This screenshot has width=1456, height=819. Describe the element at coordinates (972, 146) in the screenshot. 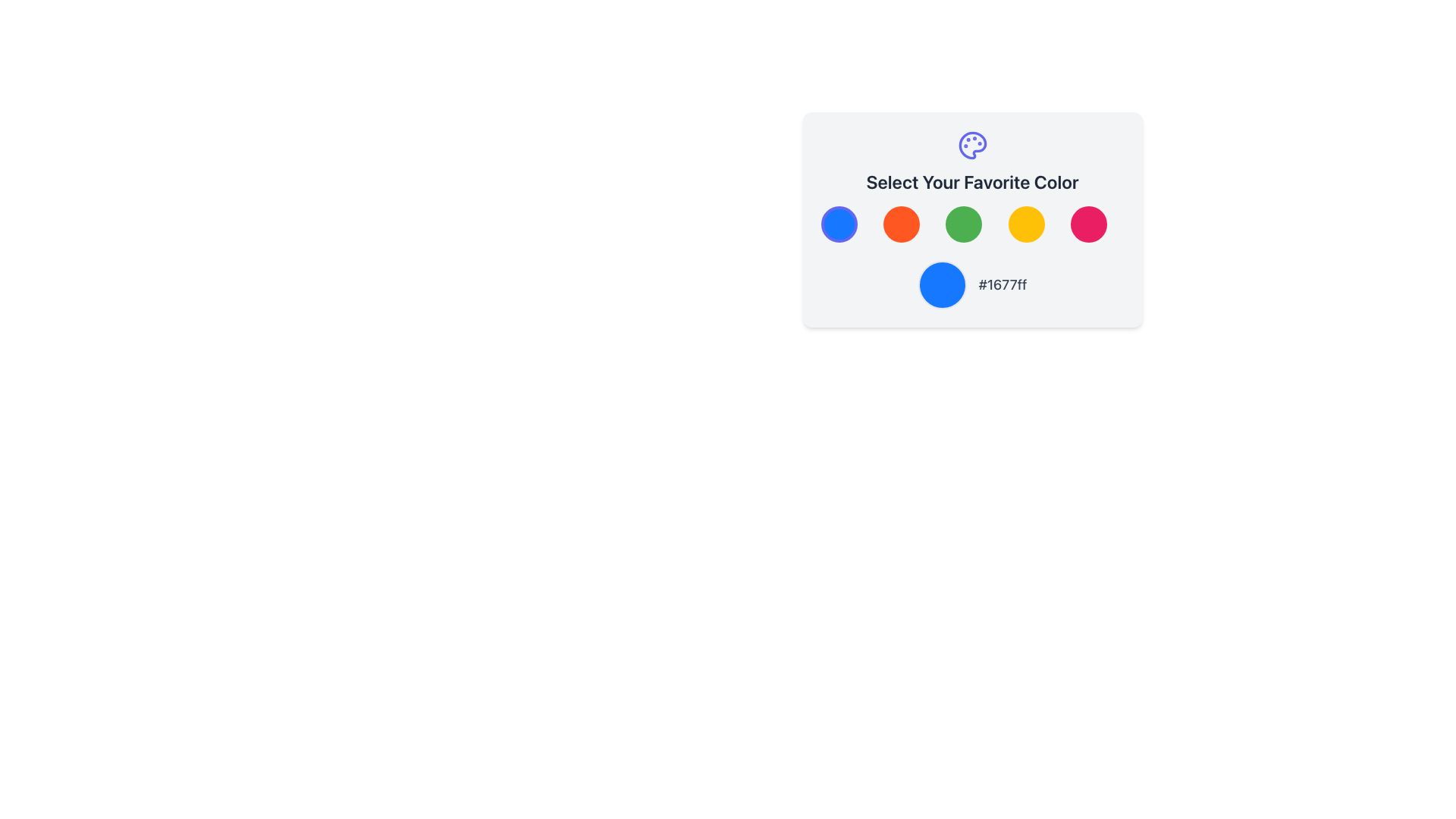

I see `the colorful painter's palette icon located at the top of the card above the text 'Select Your Favorite Color'` at that location.